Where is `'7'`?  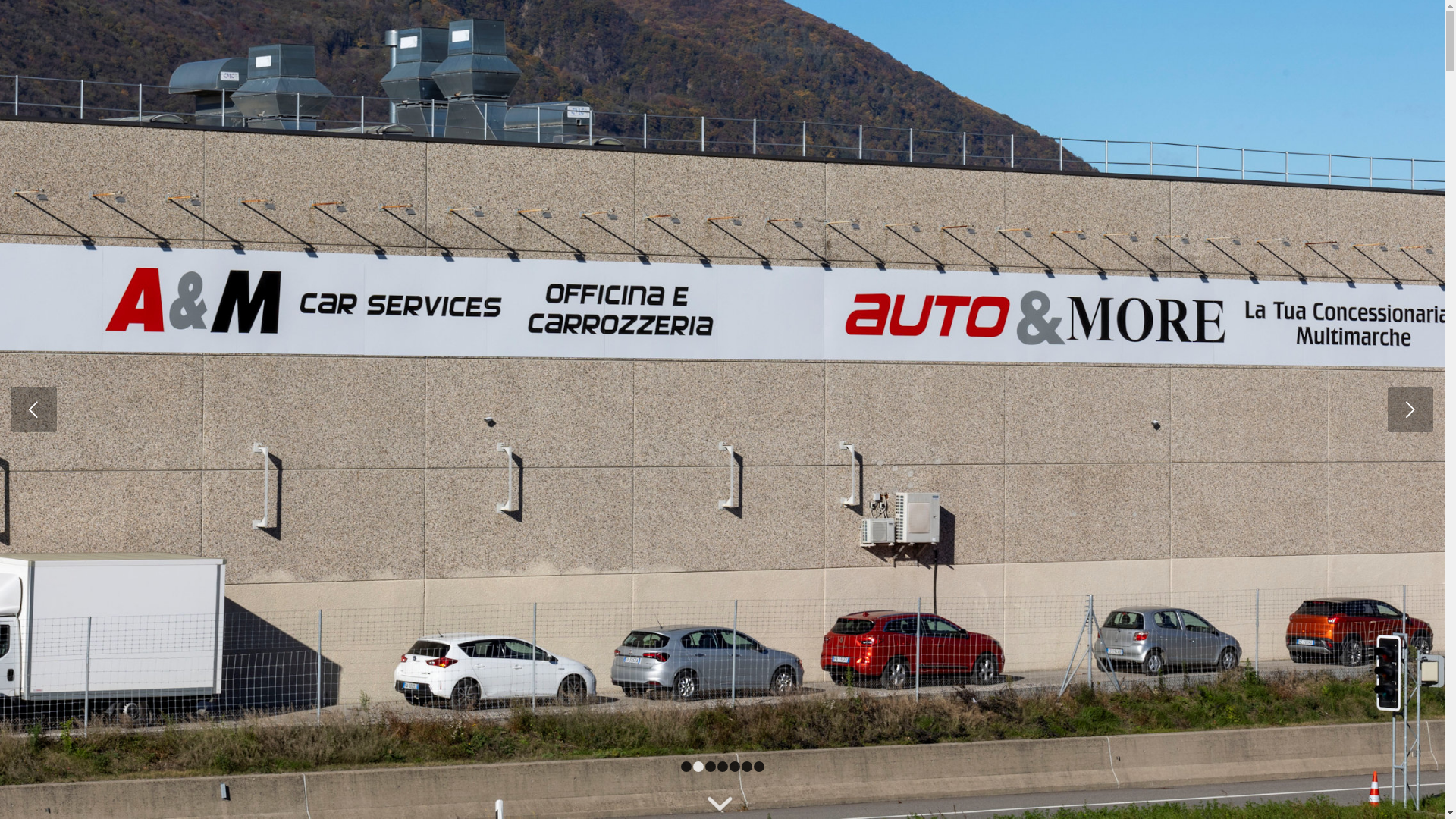
'7' is located at coordinates (759, 766).